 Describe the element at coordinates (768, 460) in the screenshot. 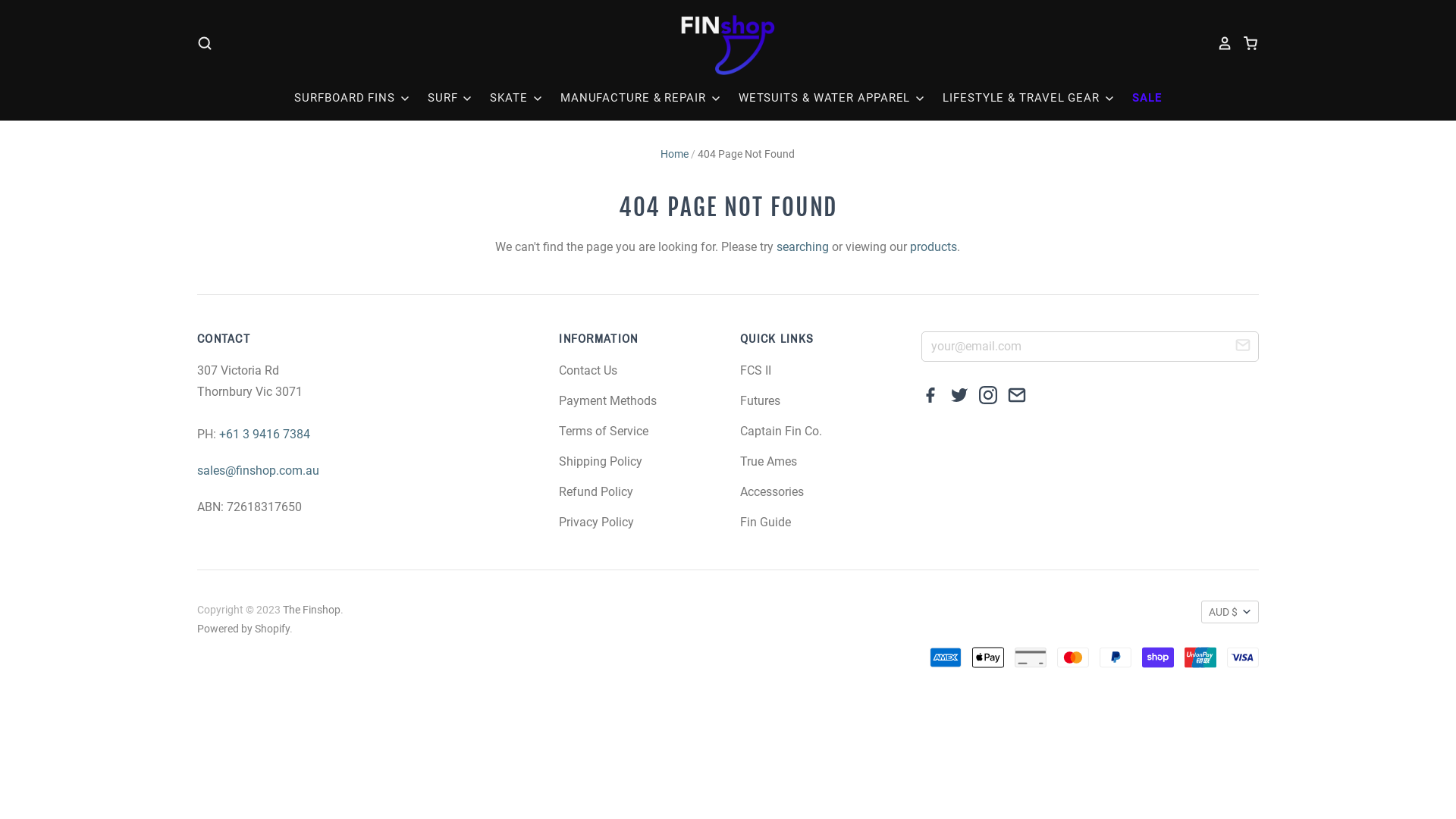

I see `'True Ames'` at that location.